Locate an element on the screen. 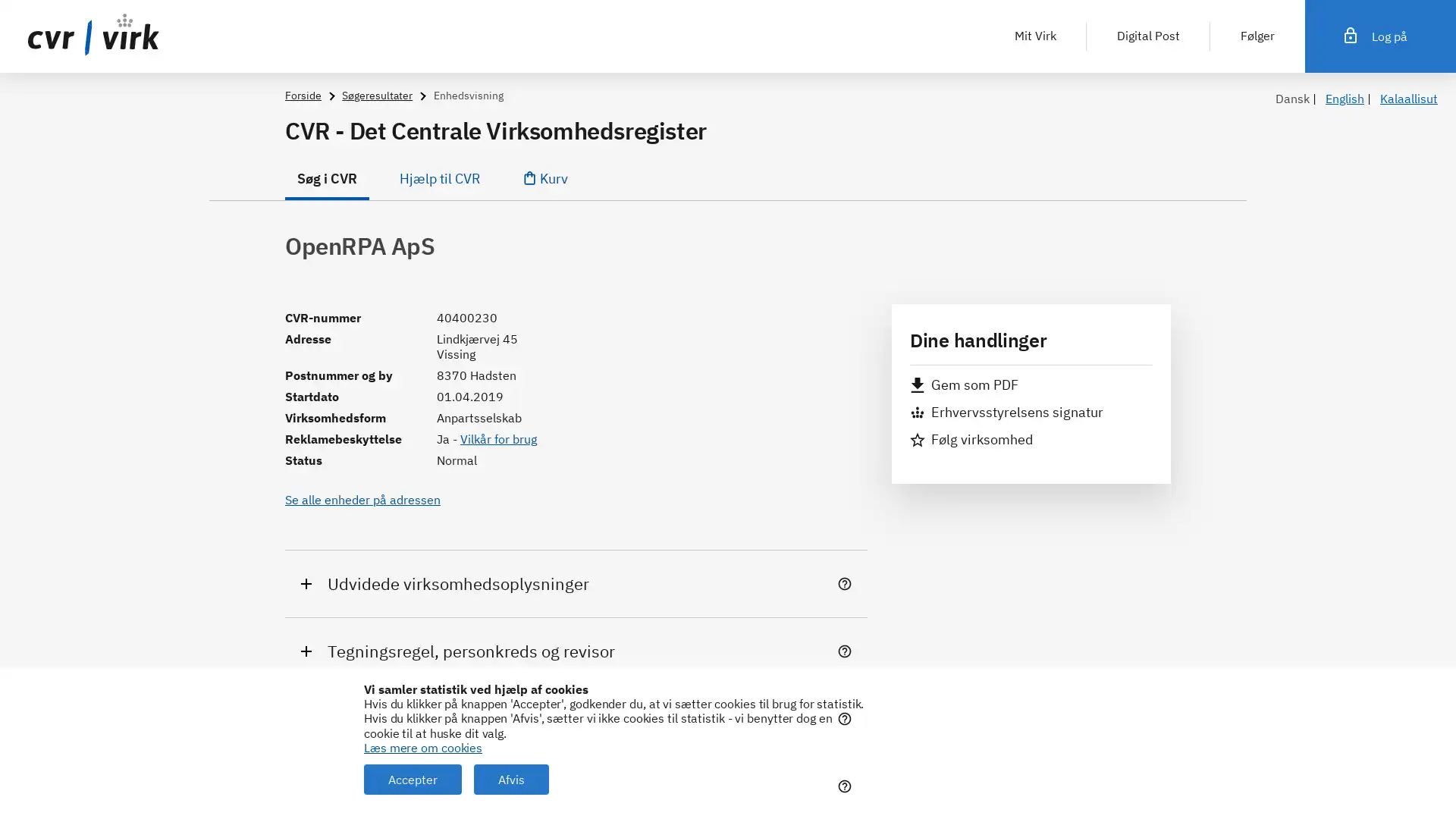  Dansk is located at coordinates (1291, 99).